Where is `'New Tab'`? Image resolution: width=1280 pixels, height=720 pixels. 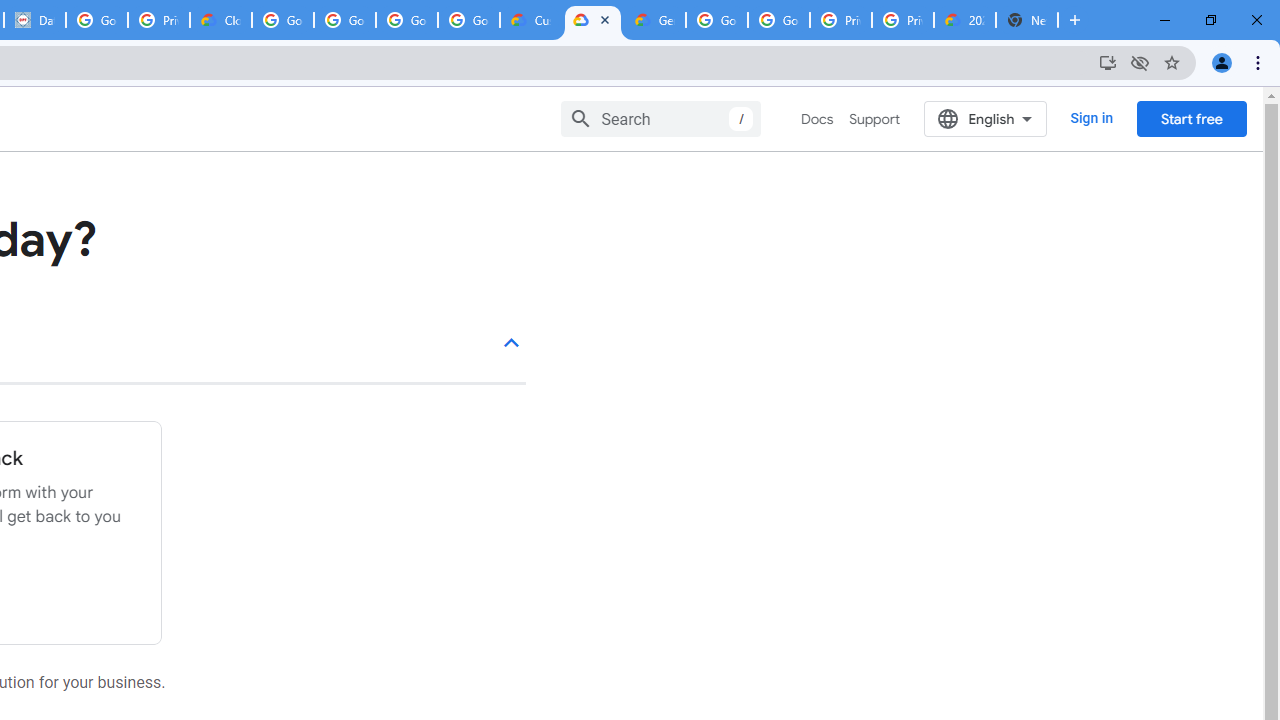 'New Tab' is located at coordinates (1027, 20).